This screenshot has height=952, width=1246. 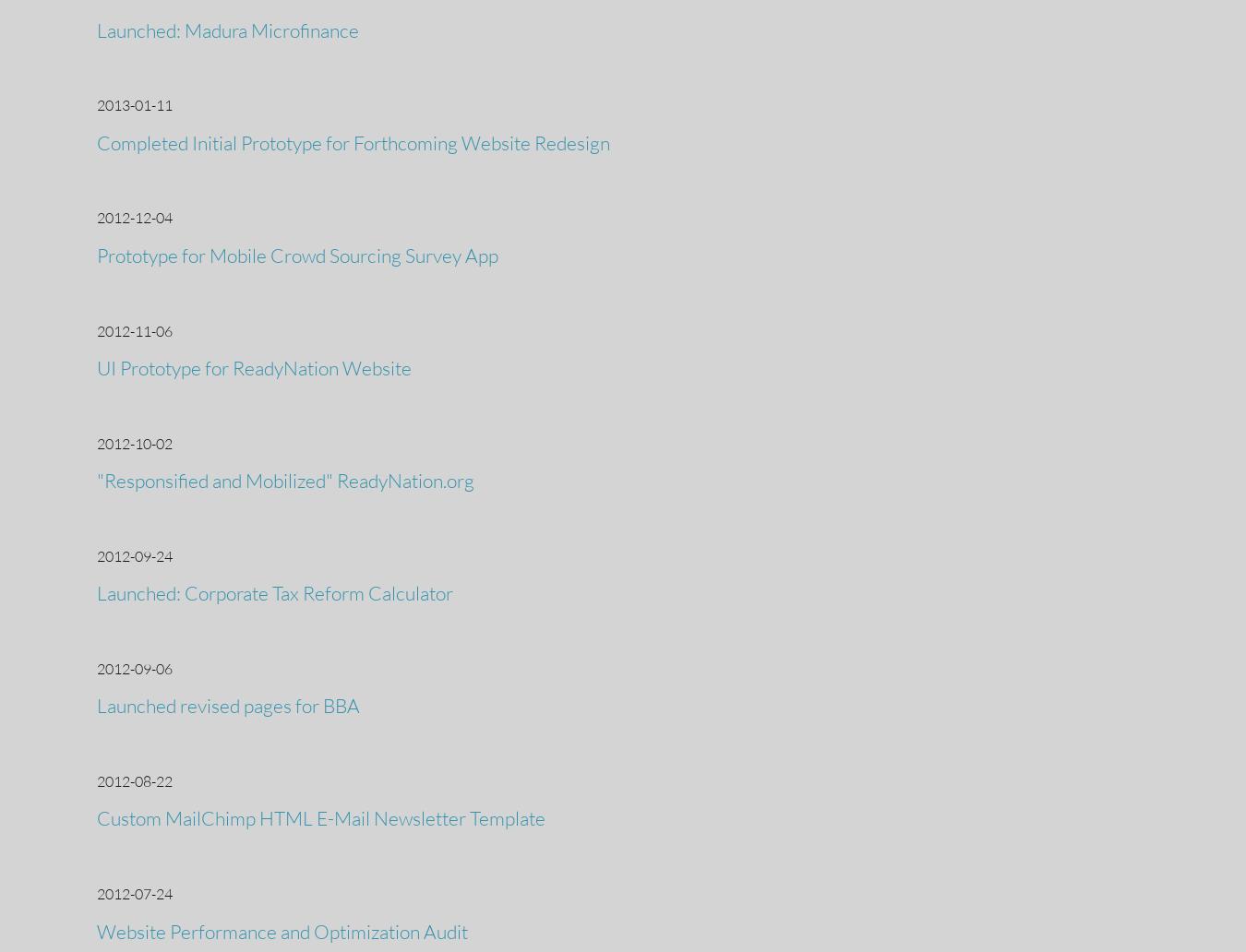 I want to click on '2012-11-06', so click(x=96, y=330).